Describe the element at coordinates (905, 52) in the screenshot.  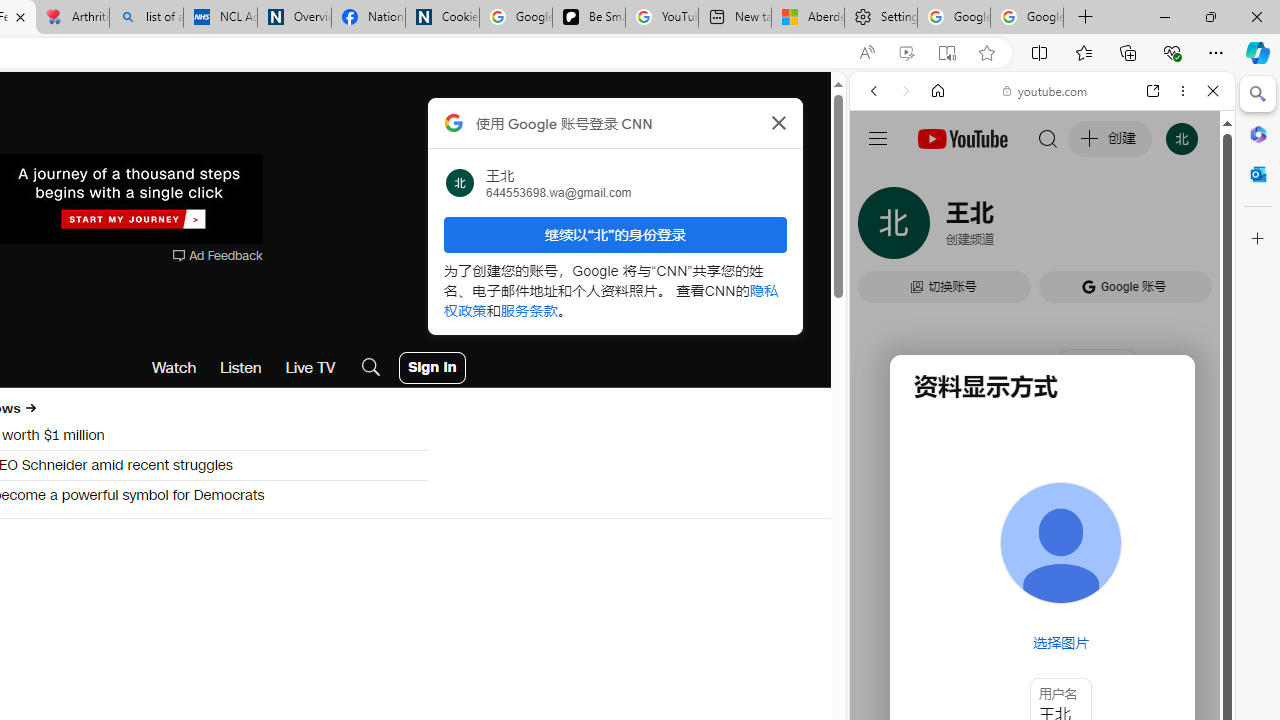
I see `'Enhance video'` at that location.